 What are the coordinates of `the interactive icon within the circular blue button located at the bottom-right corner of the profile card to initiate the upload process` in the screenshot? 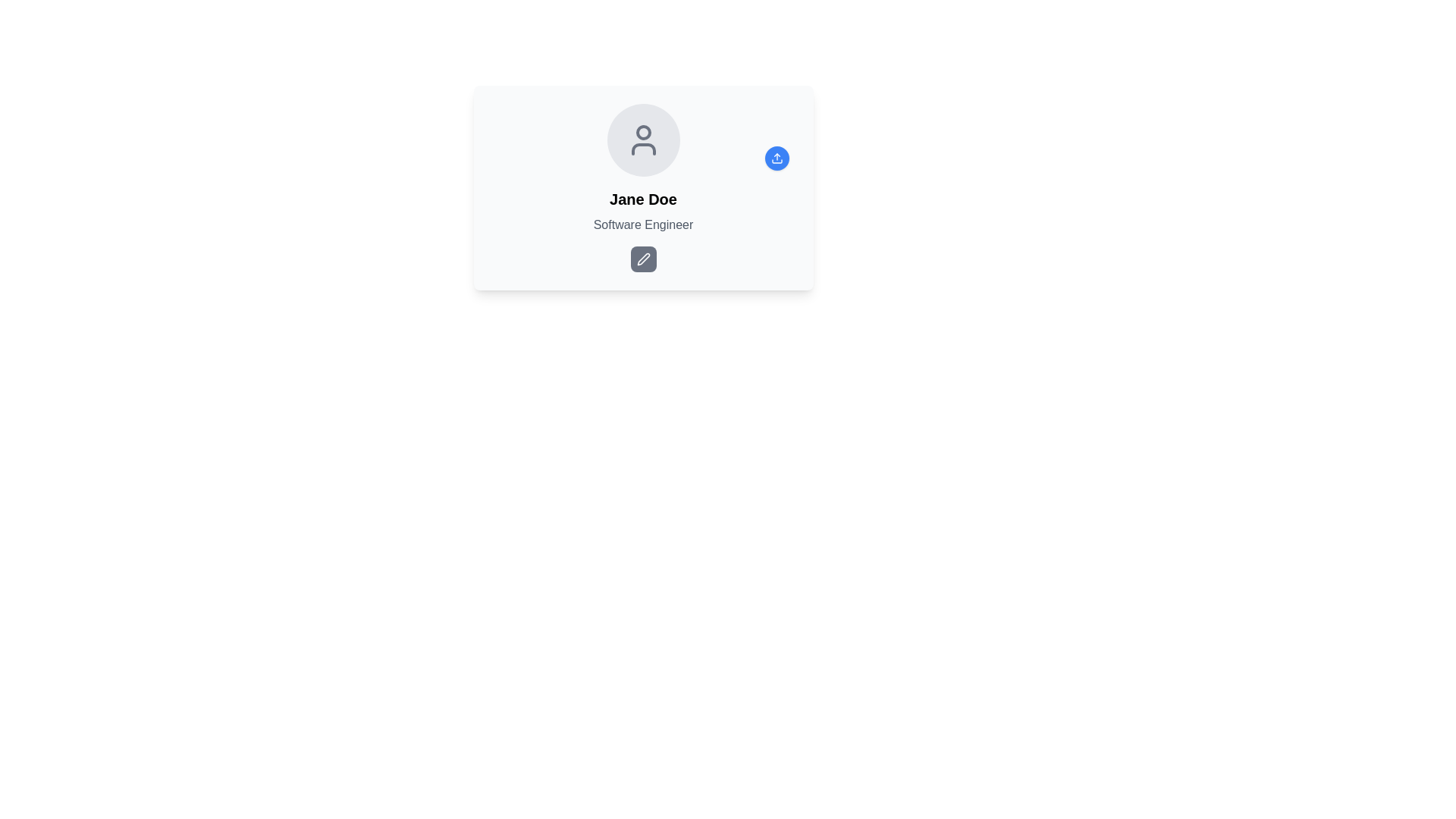 It's located at (777, 158).